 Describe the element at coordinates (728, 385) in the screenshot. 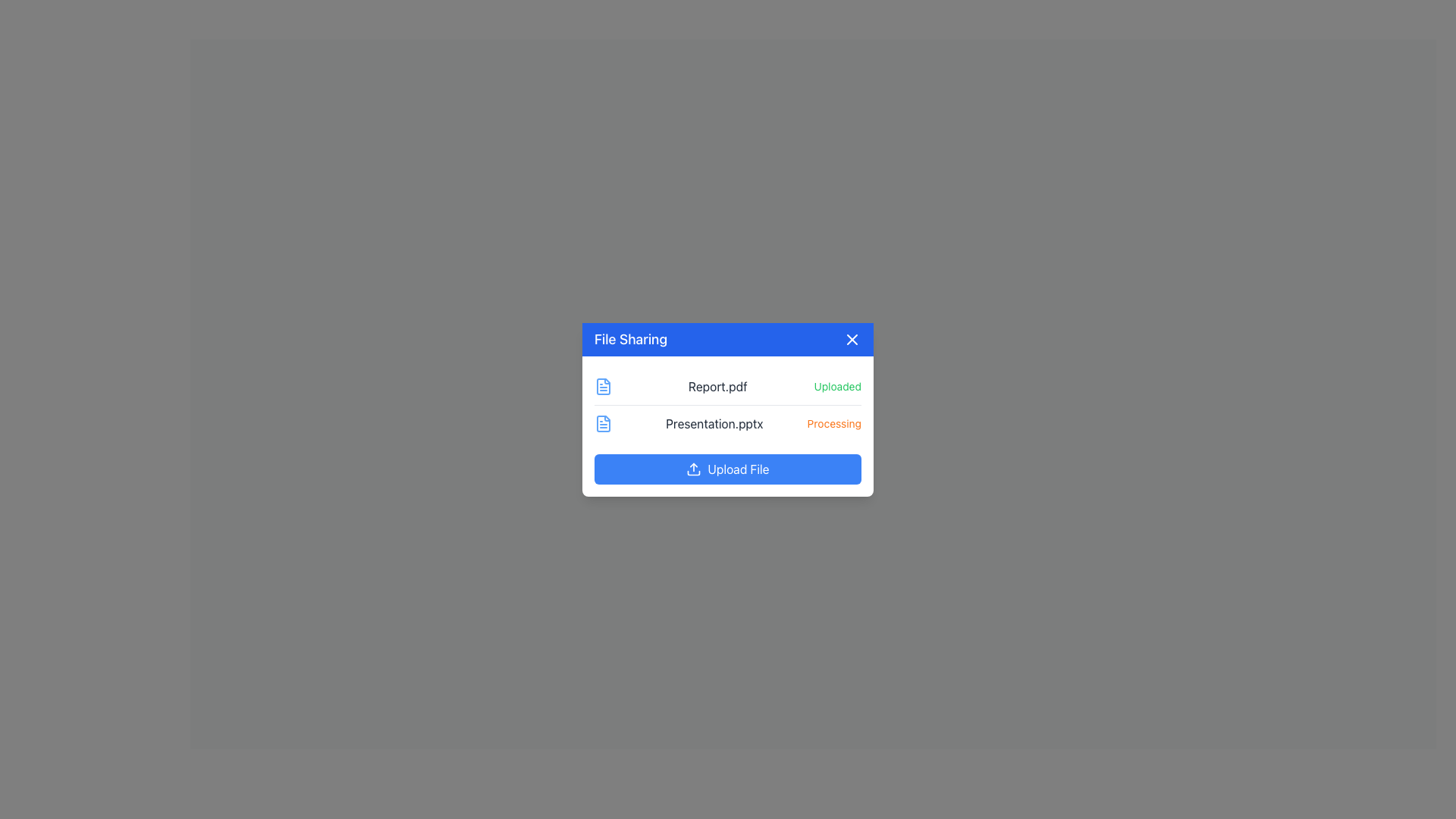

I see `file name 'Report.pdf' and its status 'Uploaded' from the first row of the file sharing list, which contains a blue file icon and is styled minimally` at that location.